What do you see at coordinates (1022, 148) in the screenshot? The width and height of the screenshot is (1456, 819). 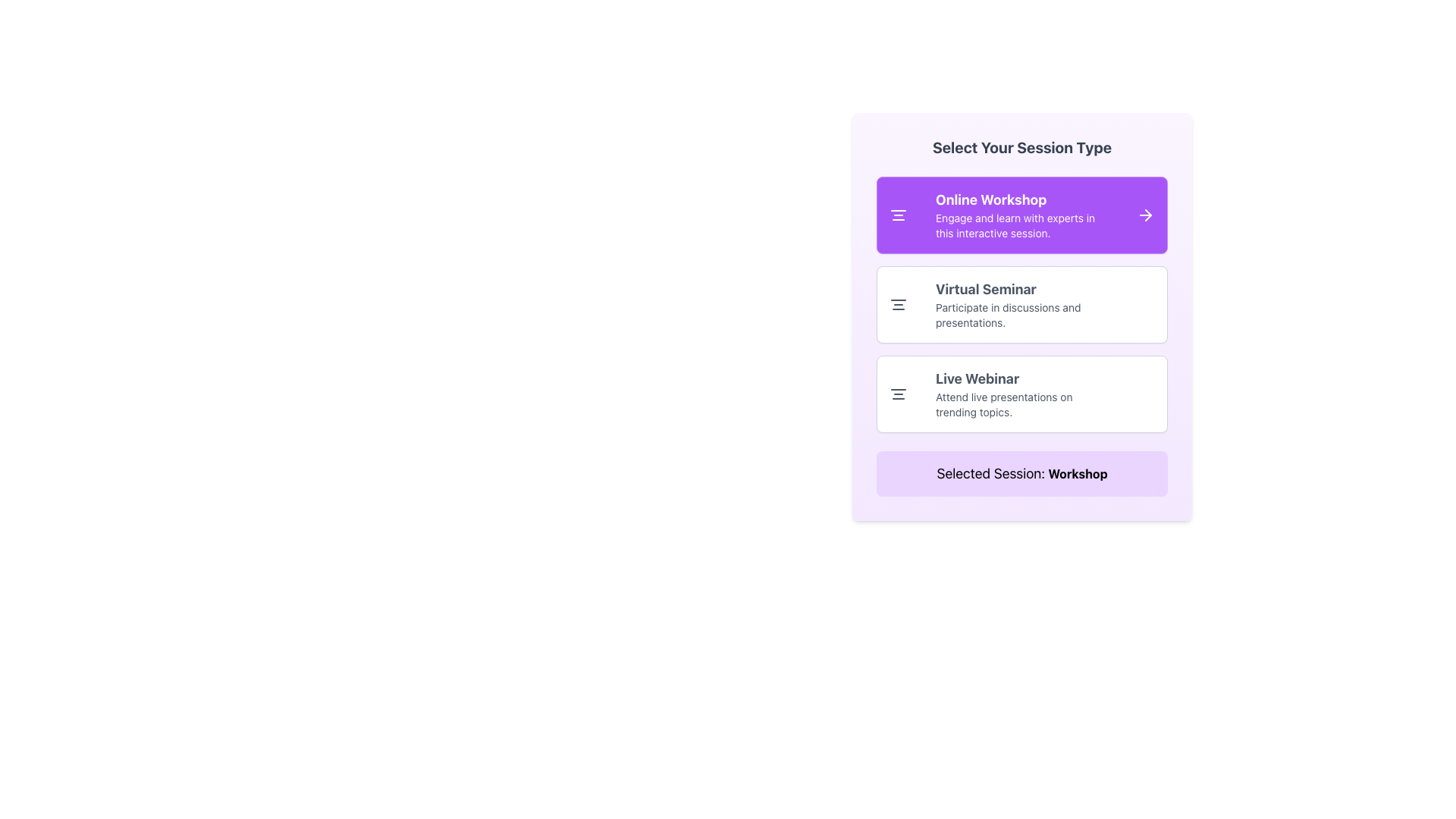 I see `descriptive title text element located at the top of the session selection panel, which indicates the purpose of choosing a session type` at bounding box center [1022, 148].